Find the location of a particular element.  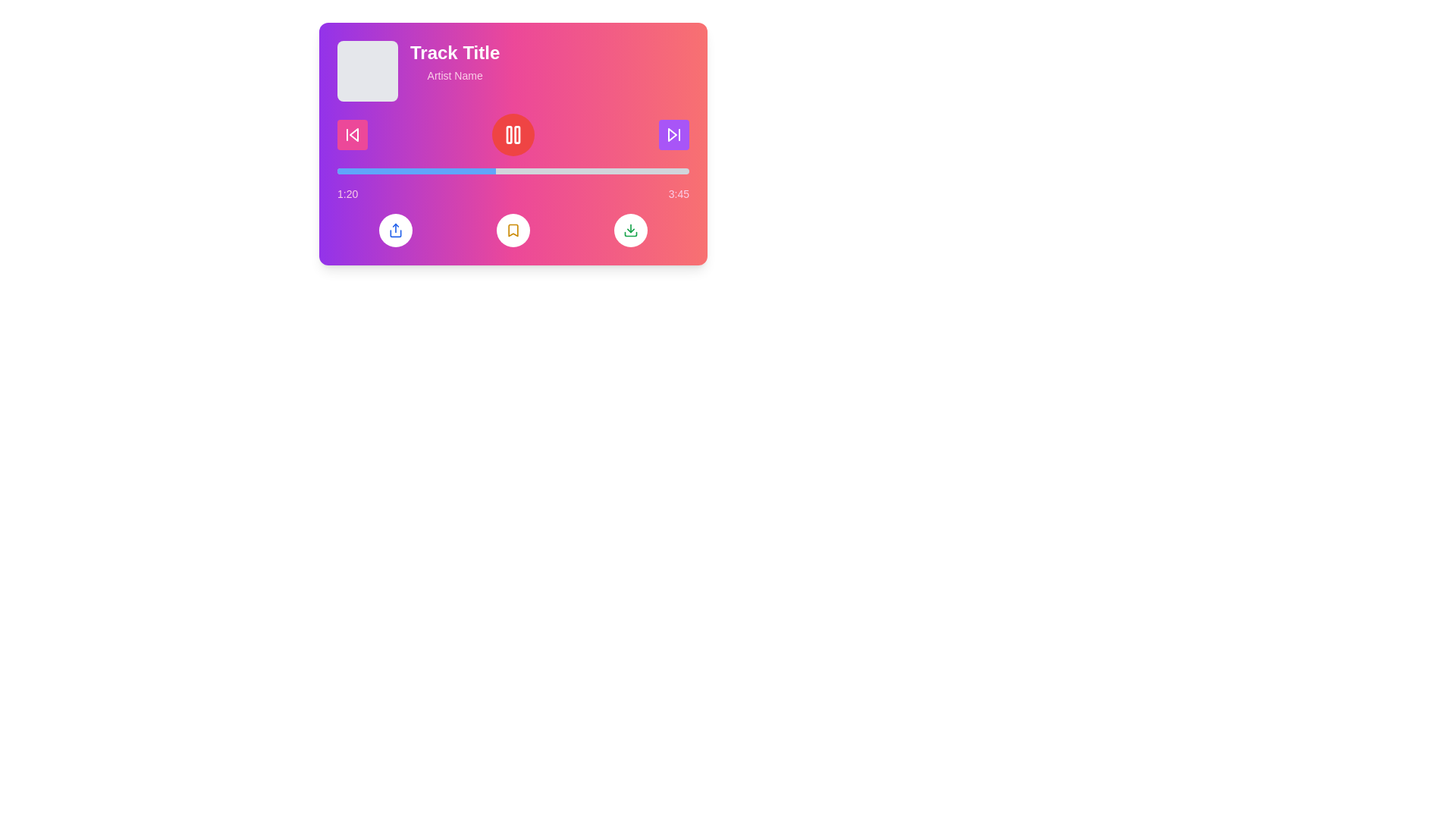

the skip button located near the middle-right side of the media player interface to skip to the next track is located at coordinates (673, 133).